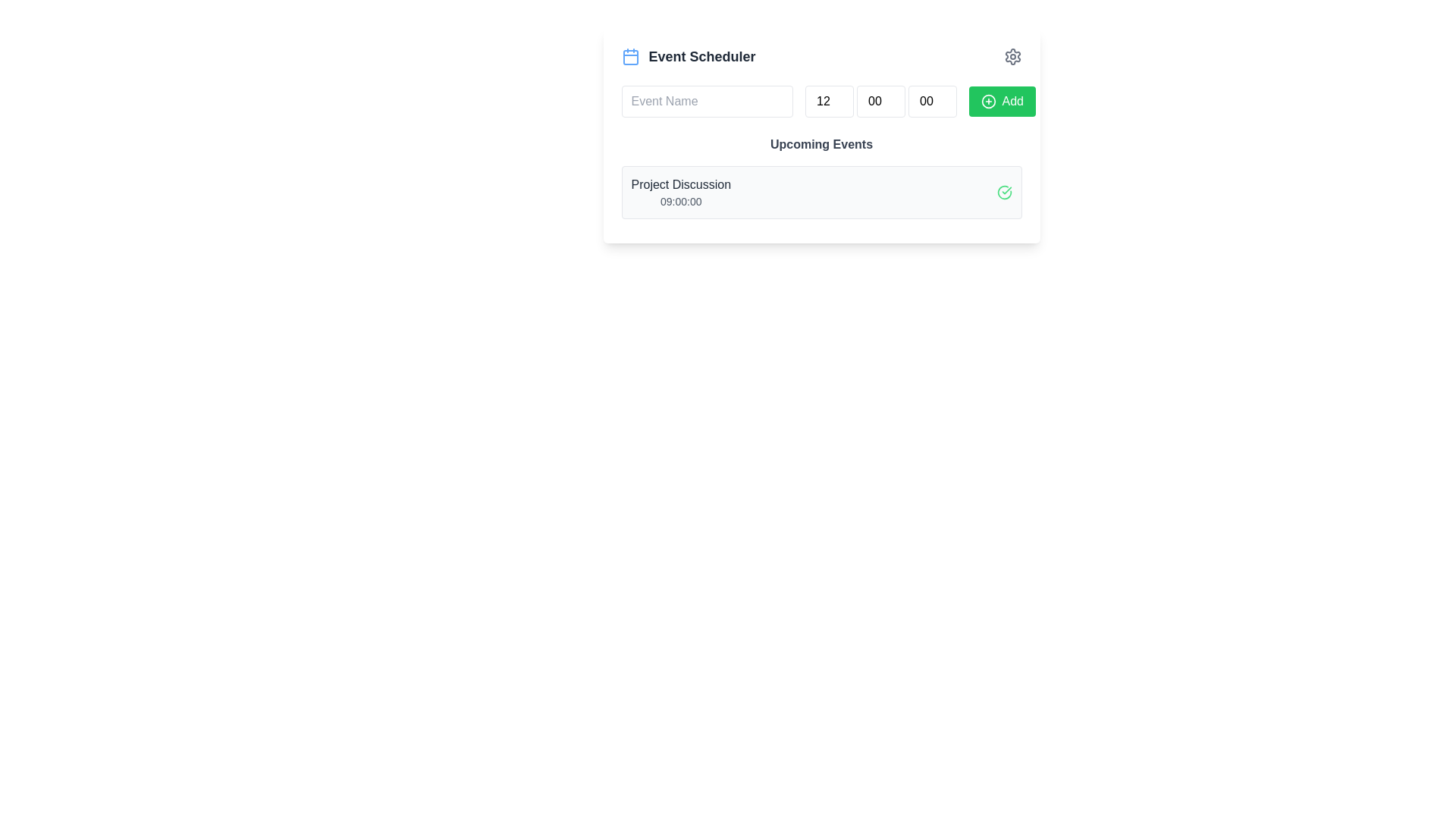 This screenshot has height=819, width=1456. I want to click on the static text label displaying '09:00:00', which is located directly below the 'Project Discussion' title in the bottom-right section of the panel, so click(680, 201).